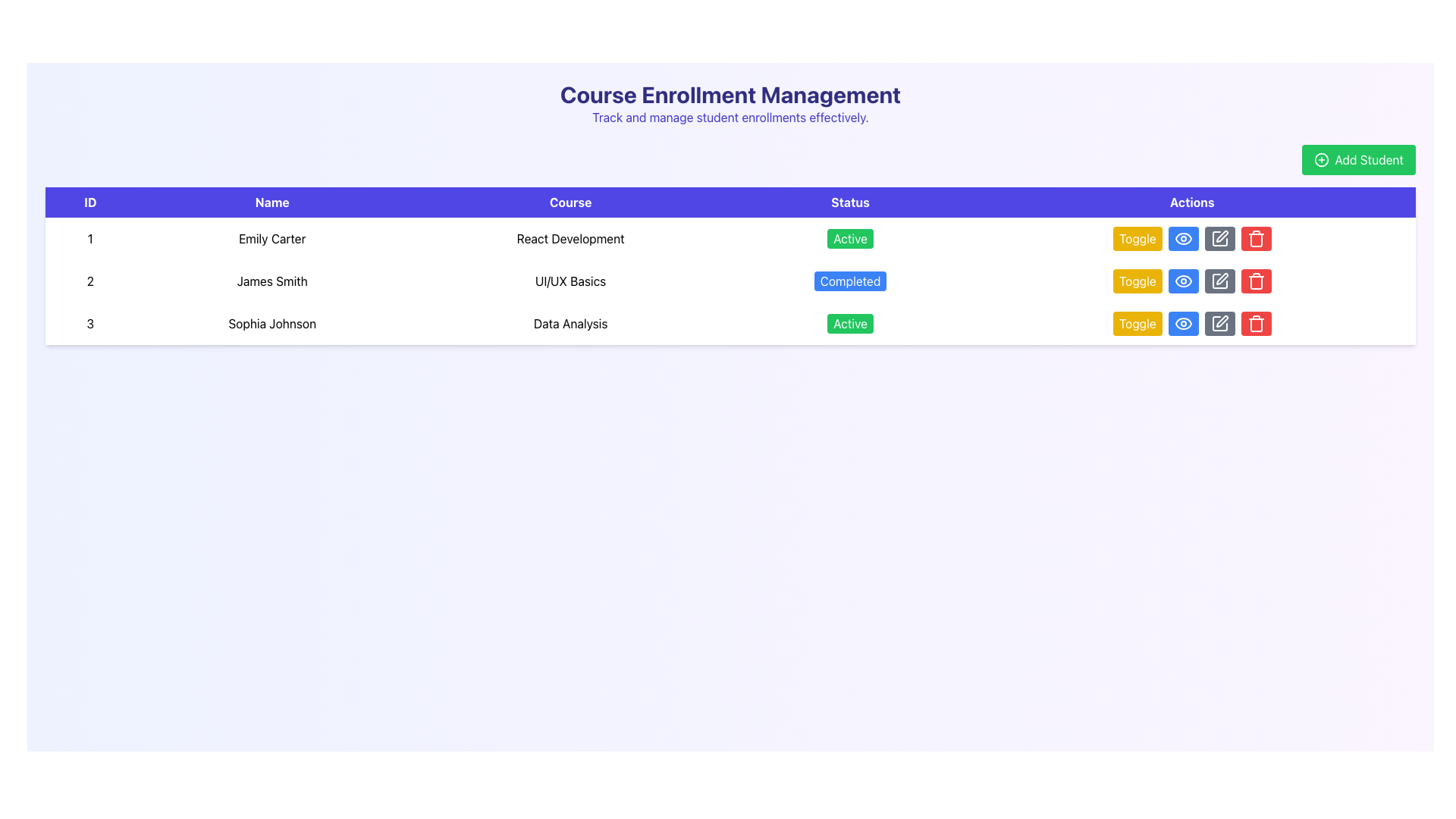 This screenshot has height=819, width=1456. What do you see at coordinates (1137, 281) in the screenshot?
I see `the toggle button in the 'Actions' column of the second row in the user data table to switch its setting` at bounding box center [1137, 281].